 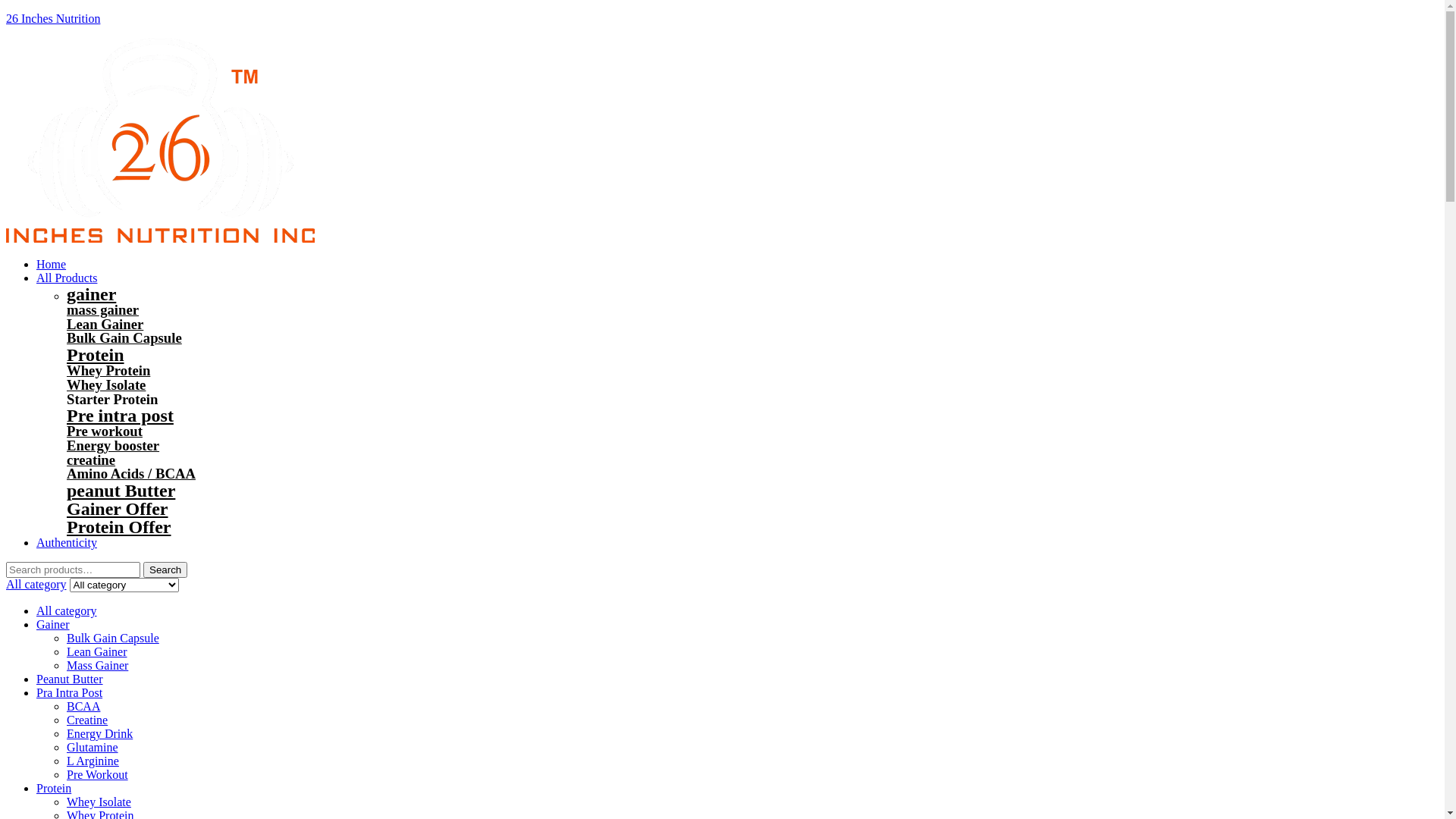 What do you see at coordinates (86, 719) in the screenshot?
I see `'Creatine'` at bounding box center [86, 719].